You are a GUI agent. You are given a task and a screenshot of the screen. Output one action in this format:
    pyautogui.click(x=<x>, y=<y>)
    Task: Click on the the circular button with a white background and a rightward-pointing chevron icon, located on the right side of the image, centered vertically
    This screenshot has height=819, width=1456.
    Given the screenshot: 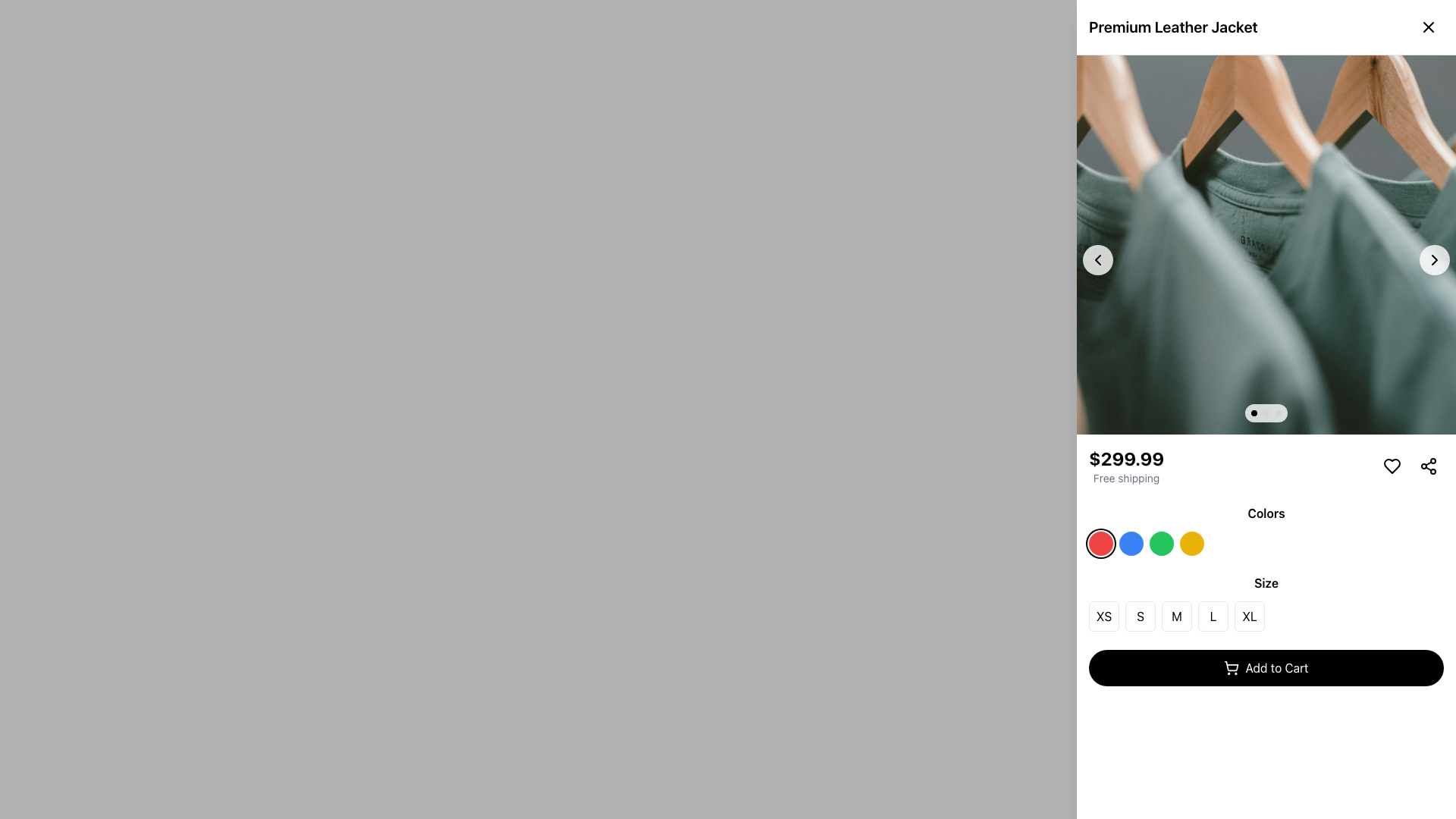 What is the action you would take?
    pyautogui.click(x=1433, y=259)
    